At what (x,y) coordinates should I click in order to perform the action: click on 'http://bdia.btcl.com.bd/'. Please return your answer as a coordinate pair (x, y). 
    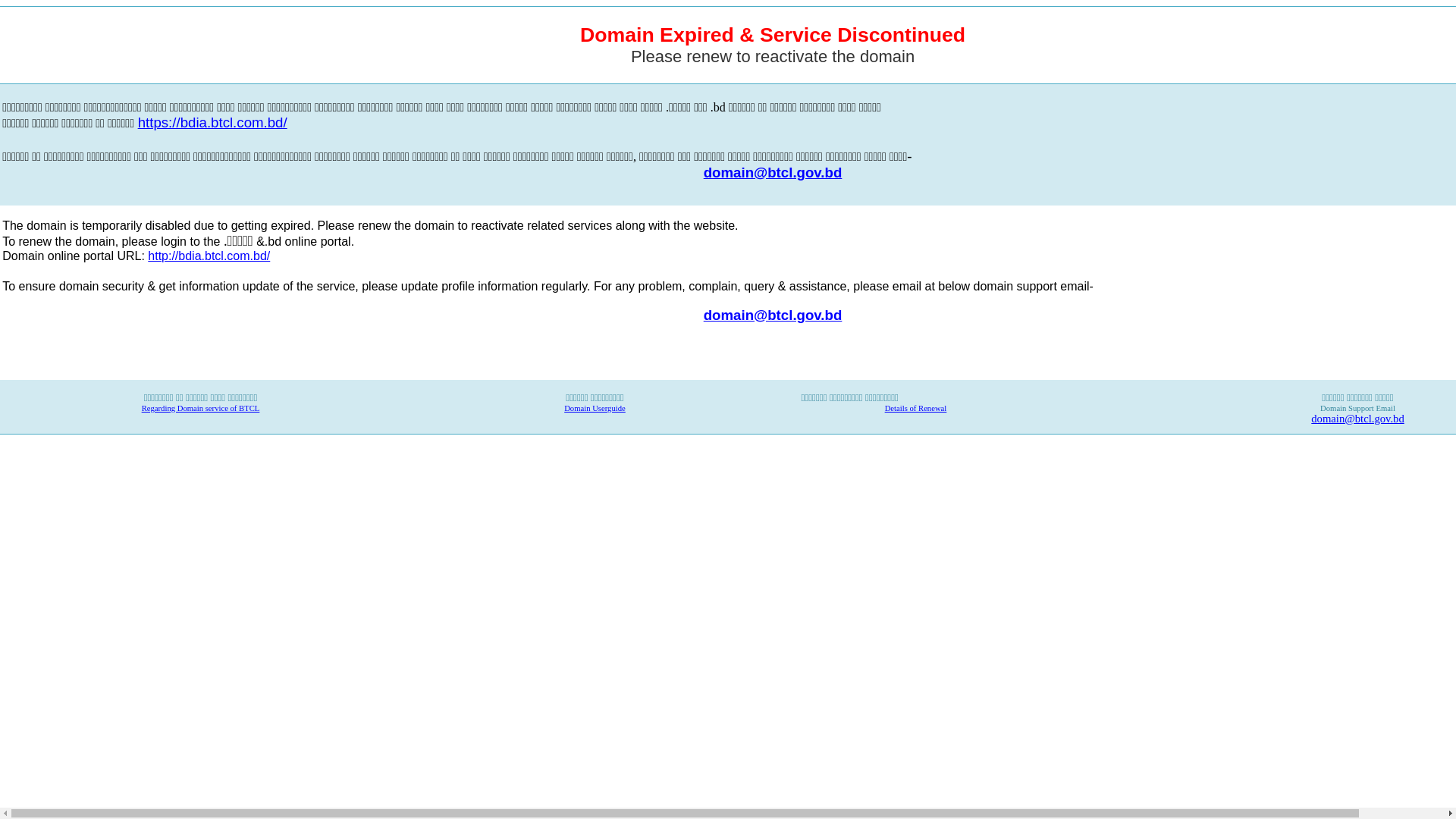
    Looking at the image, I should click on (208, 256).